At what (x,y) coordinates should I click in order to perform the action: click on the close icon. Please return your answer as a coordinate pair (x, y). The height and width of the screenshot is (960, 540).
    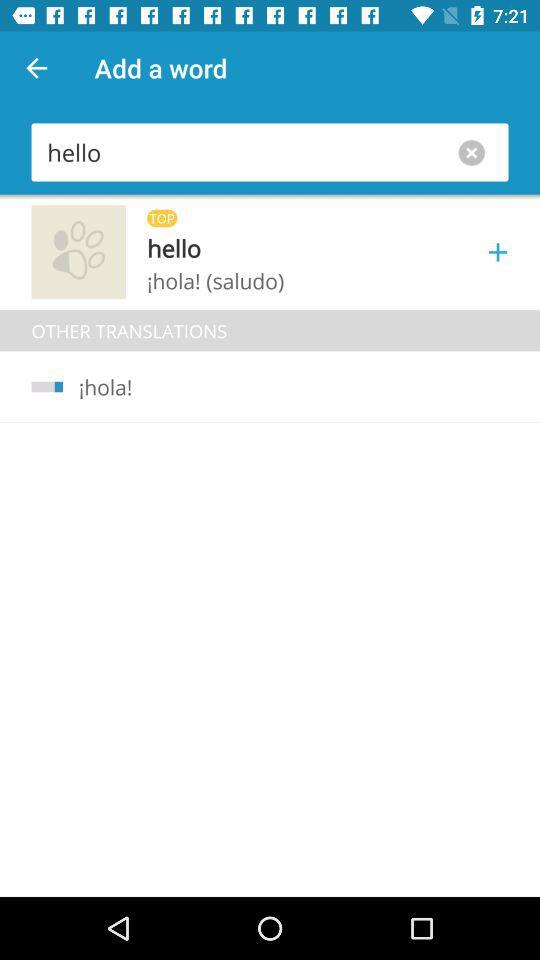
    Looking at the image, I should click on (475, 151).